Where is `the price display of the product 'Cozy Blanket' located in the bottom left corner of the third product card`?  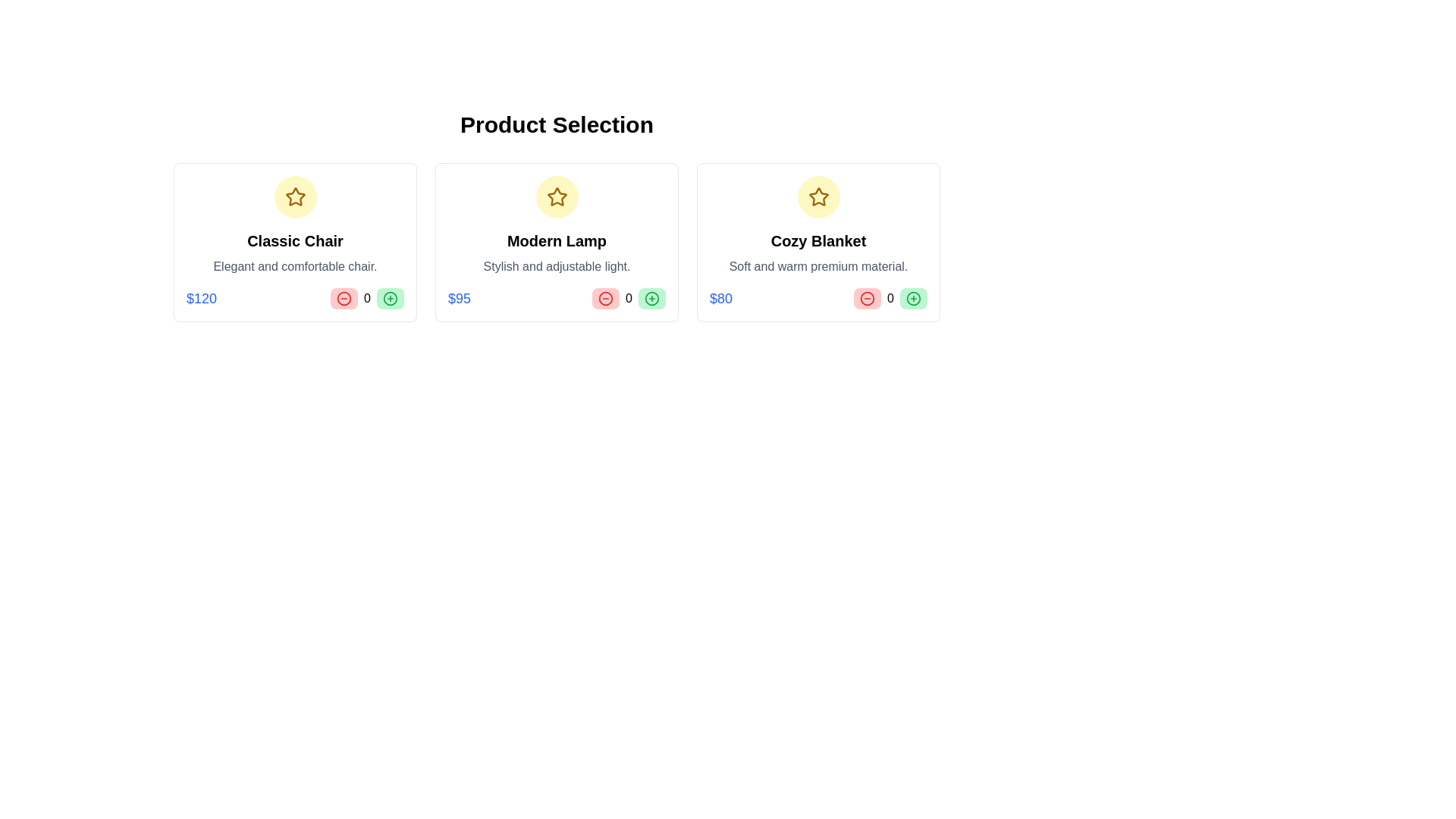 the price display of the product 'Cozy Blanket' located in the bottom left corner of the third product card is located at coordinates (720, 298).